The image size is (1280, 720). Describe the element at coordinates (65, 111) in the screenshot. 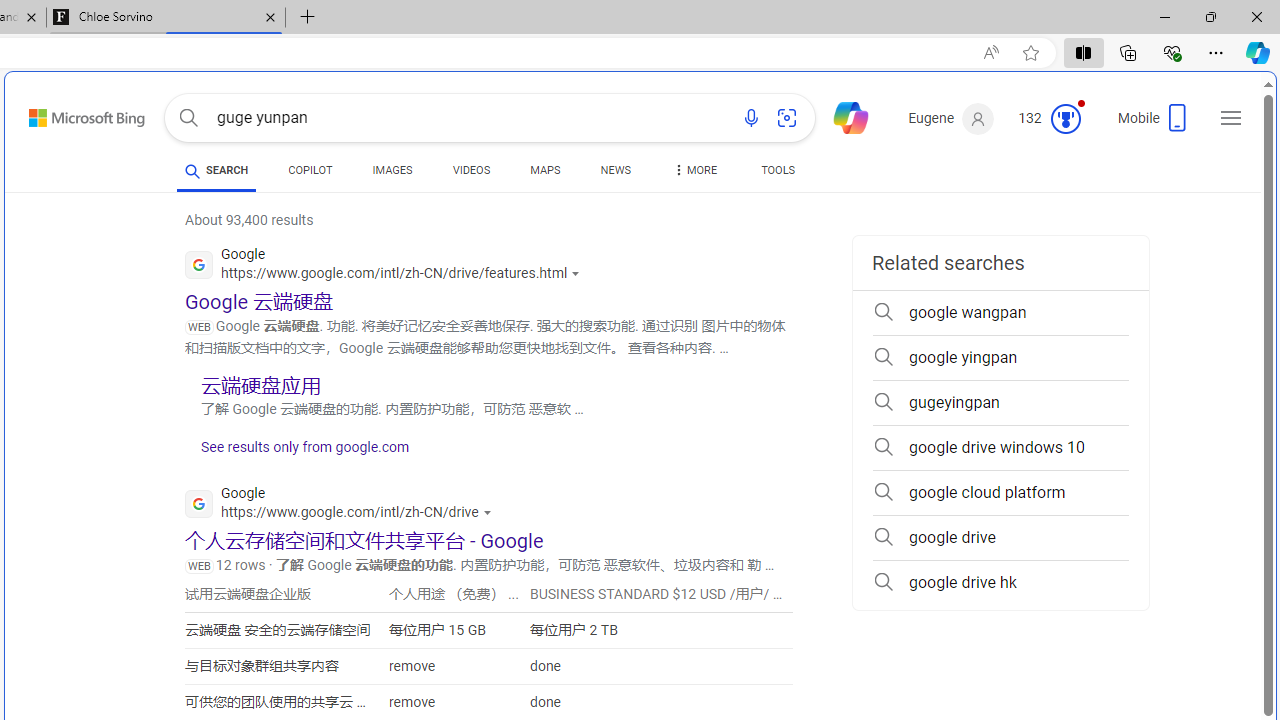

I see `'Skip to content'` at that location.